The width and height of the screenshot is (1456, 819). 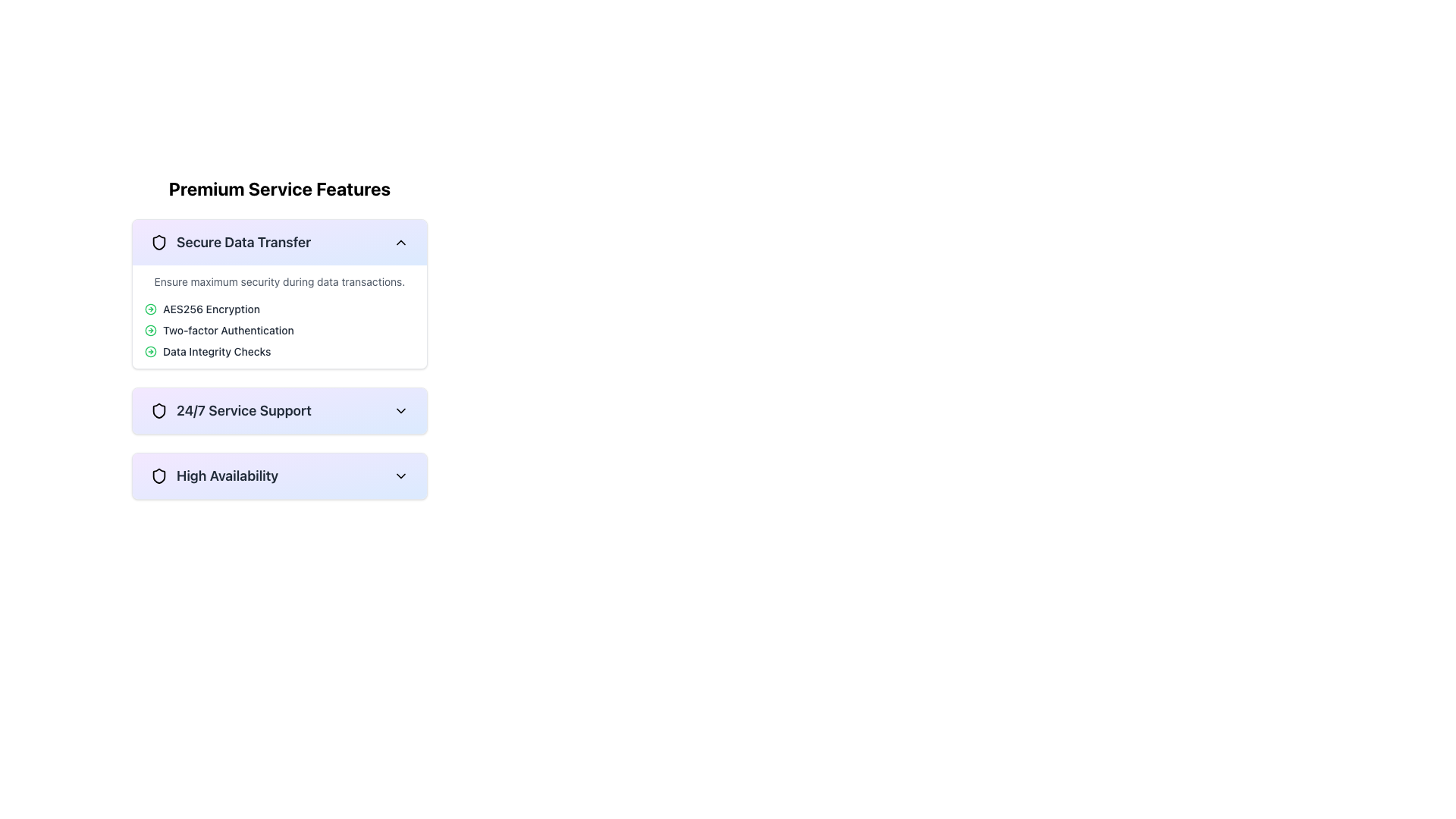 What do you see at coordinates (243, 411) in the screenshot?
I see `the text label indicating '24/7 Service Support', which is centrally located in the second section and positioned to the right of a shield icon` at bounding box center [243, 411].